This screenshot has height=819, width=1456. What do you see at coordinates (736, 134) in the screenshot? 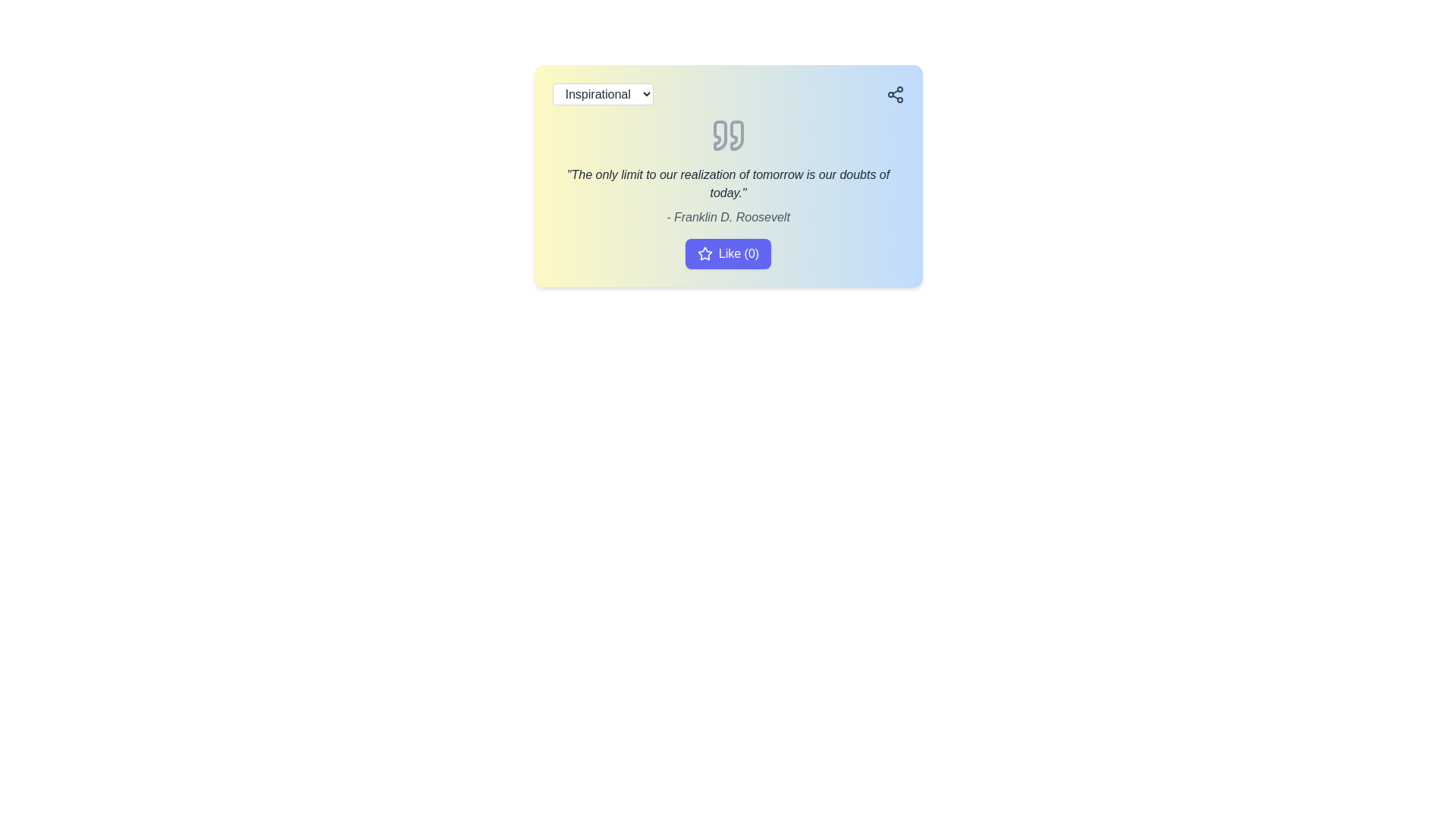
I see `the right quotation mark of the decorative SVG graphic element located at the top-center of the card interface` at bounding box center [736, 134].